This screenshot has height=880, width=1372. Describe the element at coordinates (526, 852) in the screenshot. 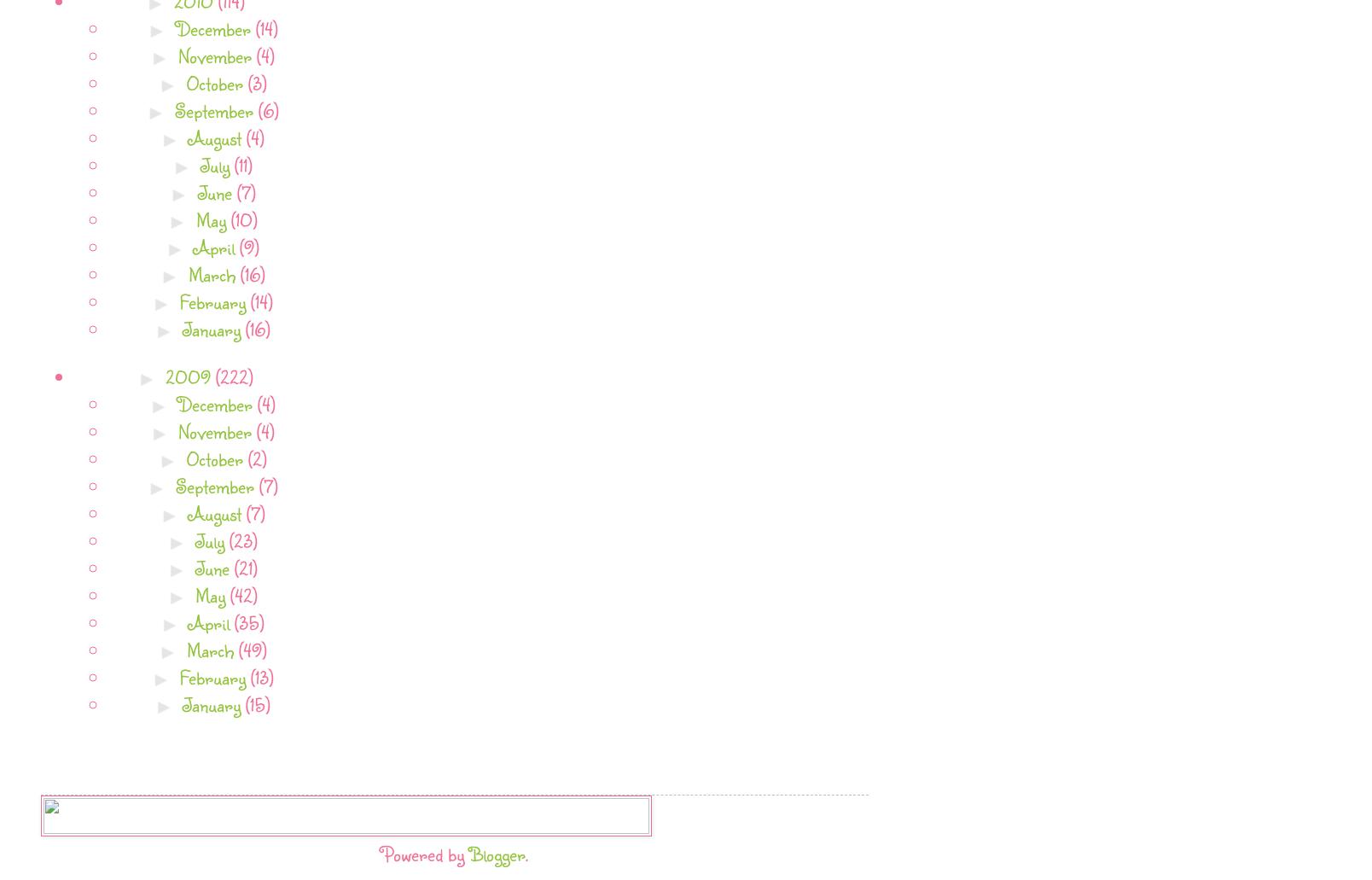

I see `'.'` at that location.